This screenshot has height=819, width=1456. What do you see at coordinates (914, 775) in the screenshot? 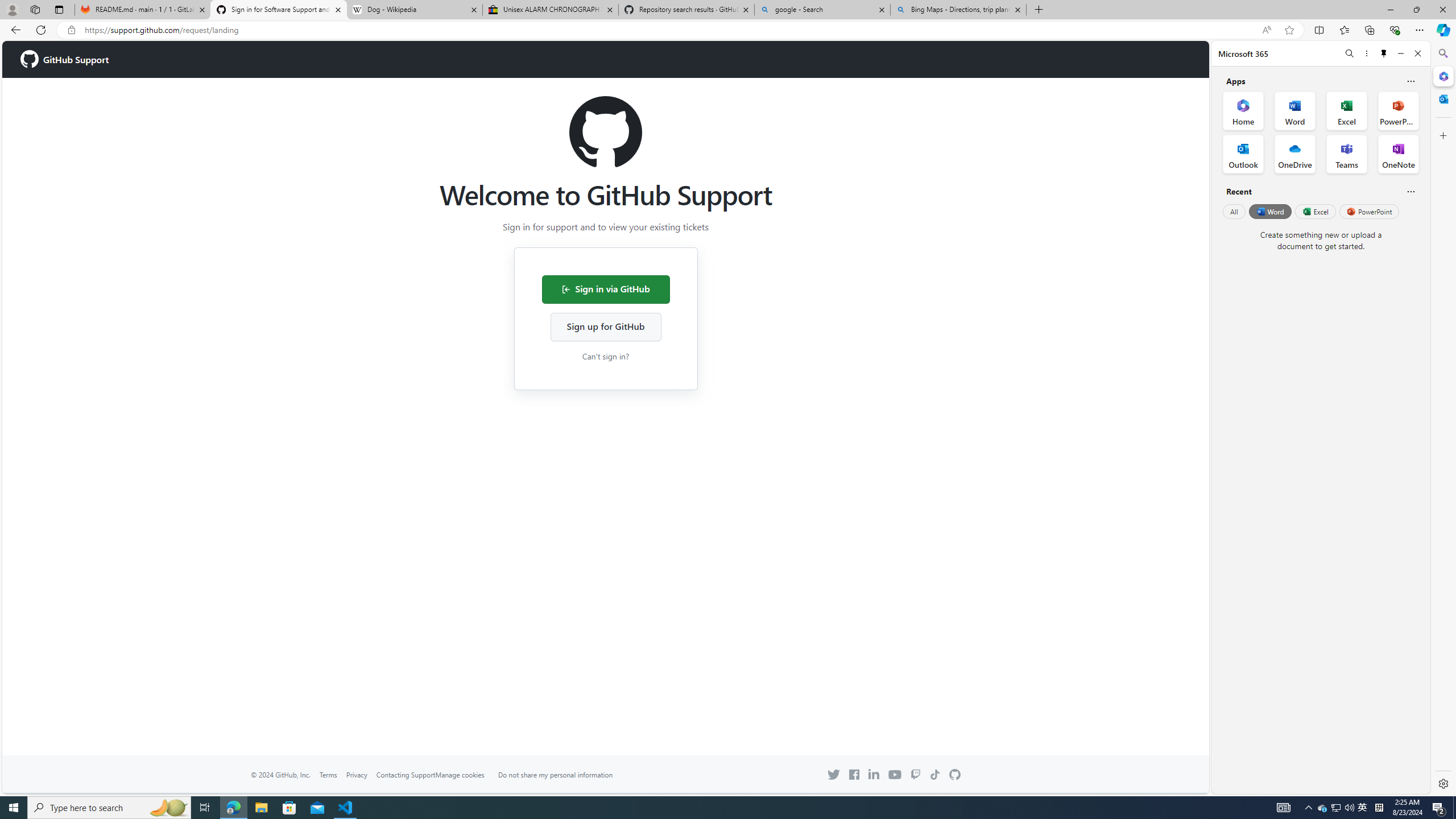
I see `'GitHub on Twitch'` at bounding box center [914, 775].